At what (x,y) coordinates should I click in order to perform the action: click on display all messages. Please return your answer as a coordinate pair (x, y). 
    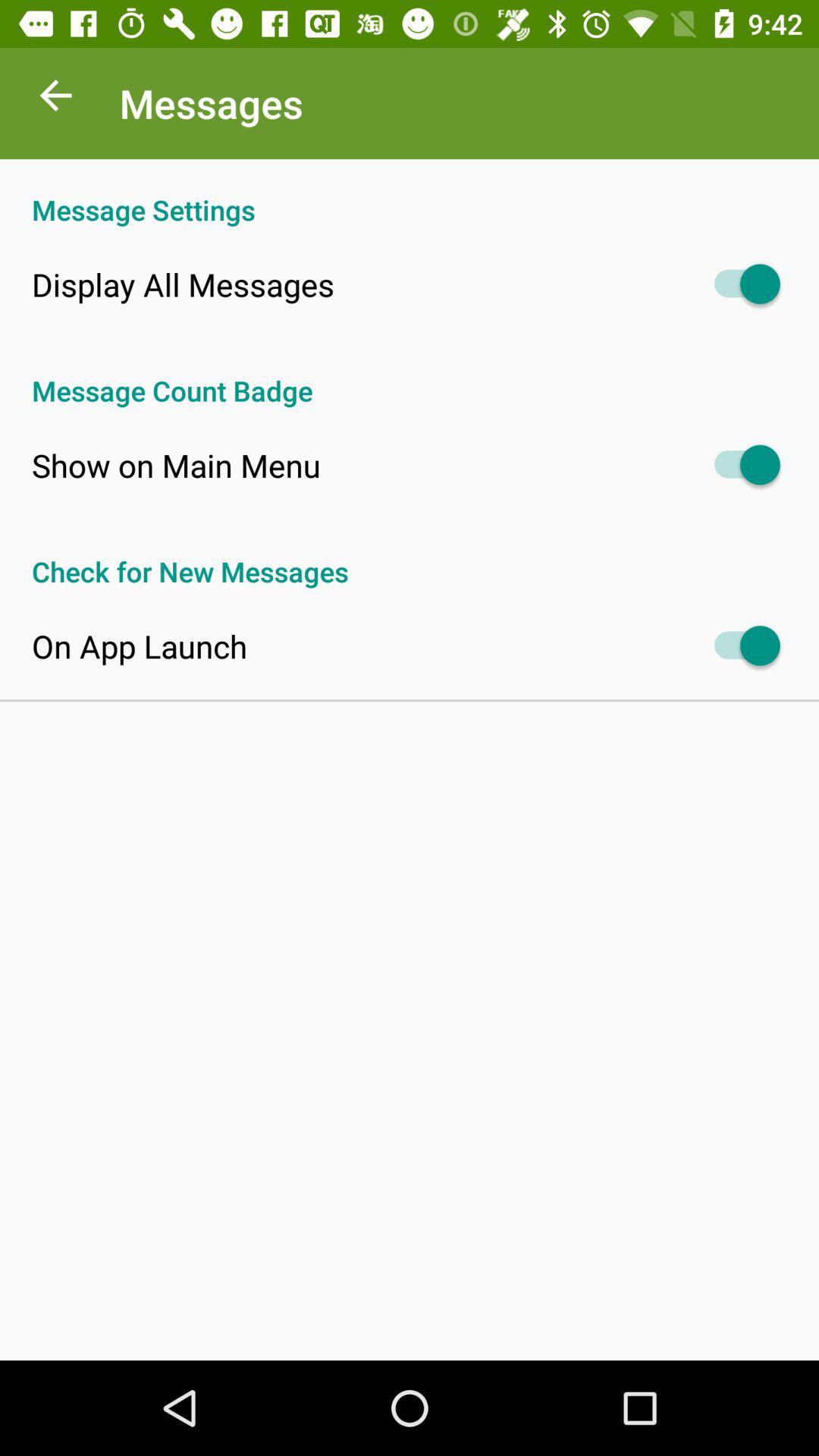
    Looking at the image, I should click on (182, 284).